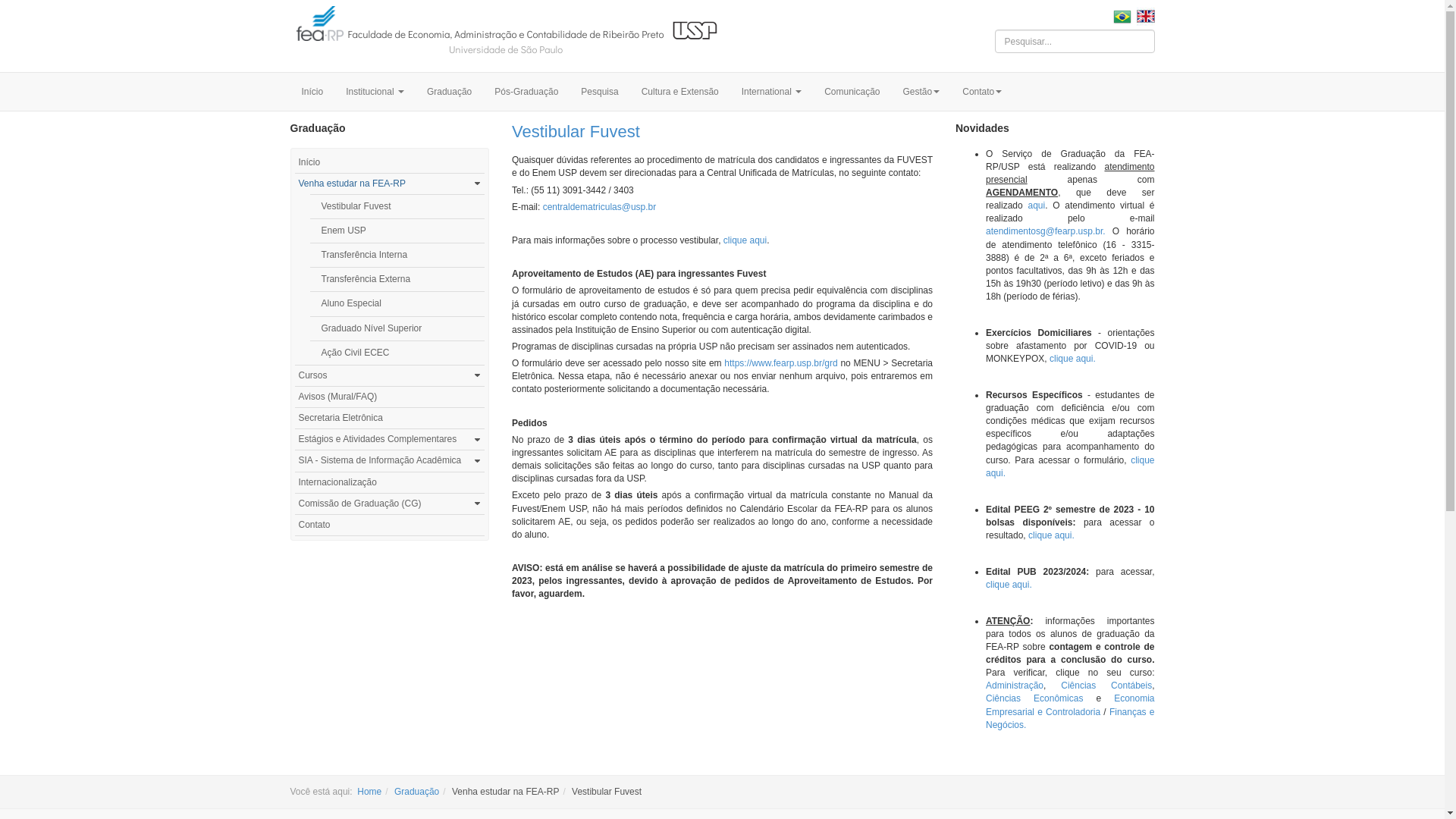 The width and height of the screenshot is (1456, 819). I want to click on 'FEA-RP/USP', so click(505, 34).